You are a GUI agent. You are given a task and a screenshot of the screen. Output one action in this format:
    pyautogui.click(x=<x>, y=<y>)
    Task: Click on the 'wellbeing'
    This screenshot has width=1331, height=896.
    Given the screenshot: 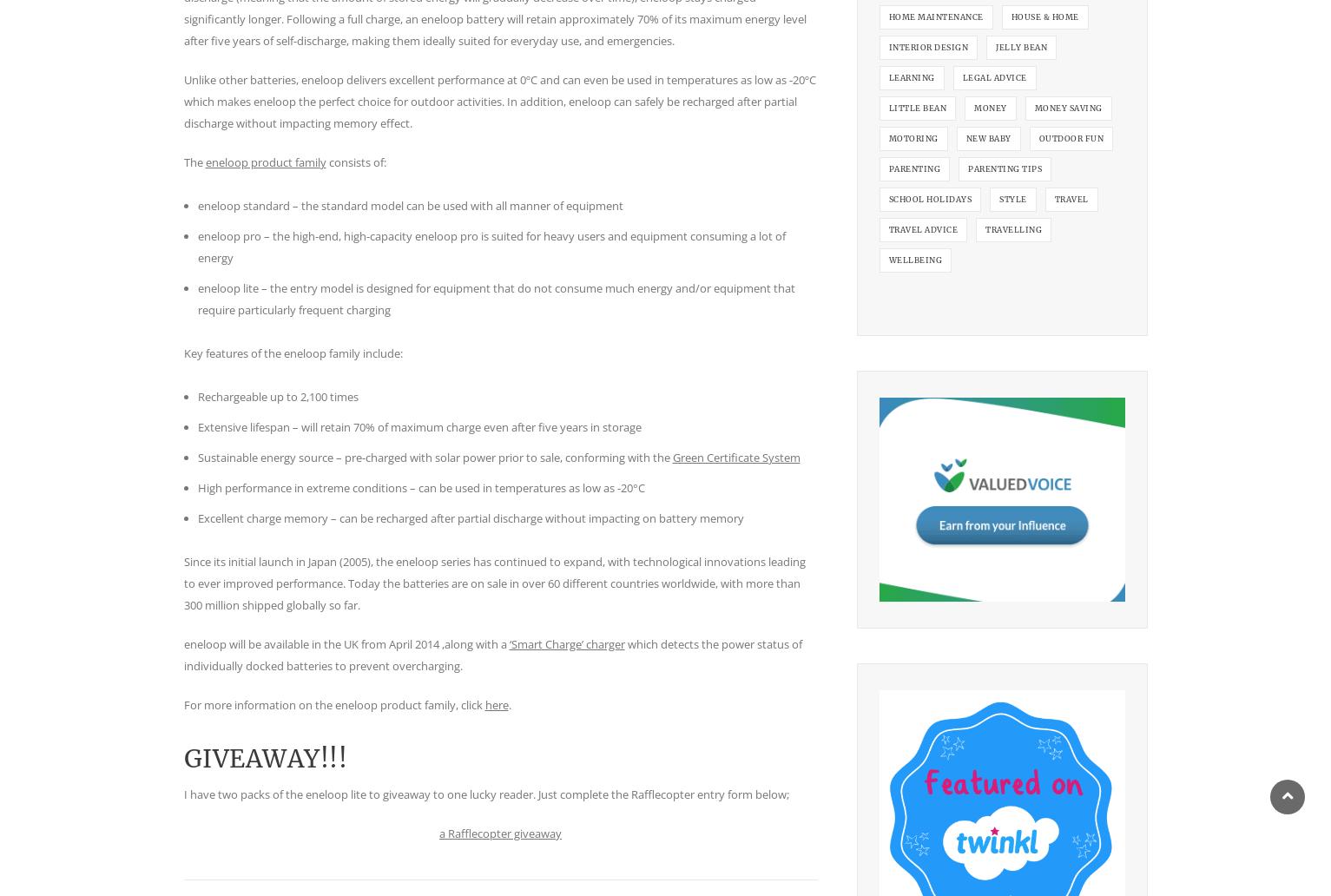 What is the action you would take?
    pyautogui.click(x=913, y=259)
    